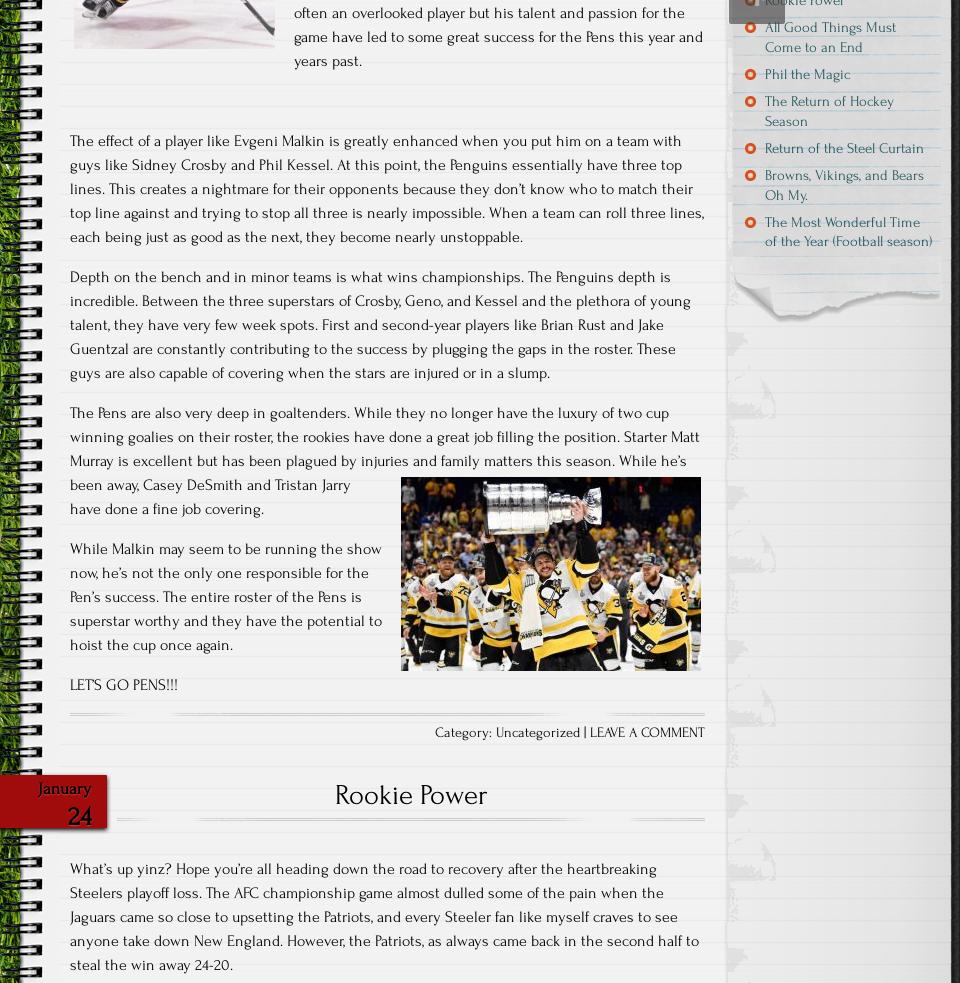 The image size is (960, 983). What do you see at coordinates (829, 109) in the screenshot?
I see `'The Return of Hockey Season'` at bounding box center [829, 109].